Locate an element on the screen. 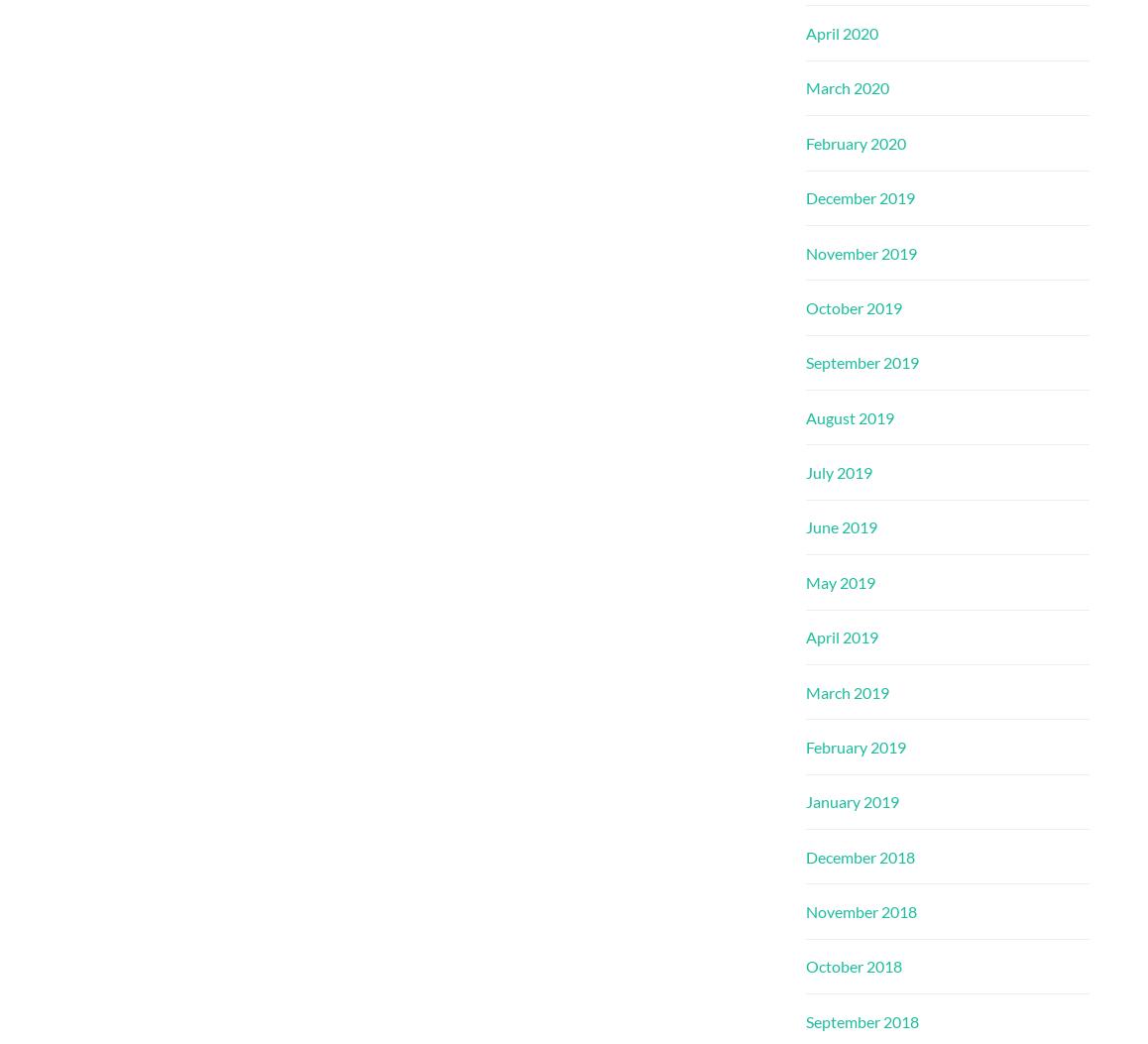 The image size is (1148, 1044). 'June 2019' is located at coordinates (841, 525).